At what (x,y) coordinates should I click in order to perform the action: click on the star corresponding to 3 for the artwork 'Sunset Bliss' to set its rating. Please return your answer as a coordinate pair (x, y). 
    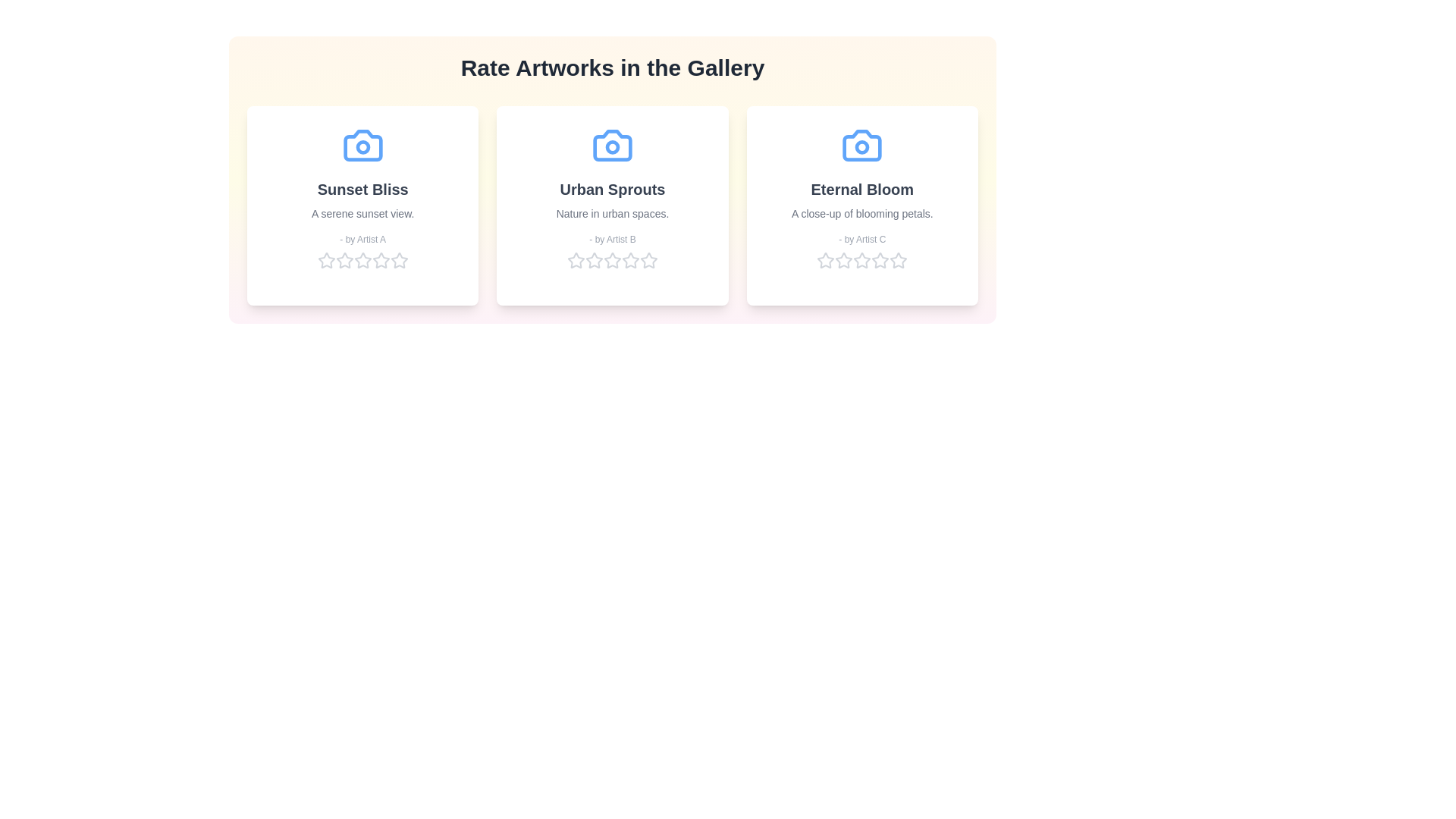
    Looking at the image, I should click on (362, 259).